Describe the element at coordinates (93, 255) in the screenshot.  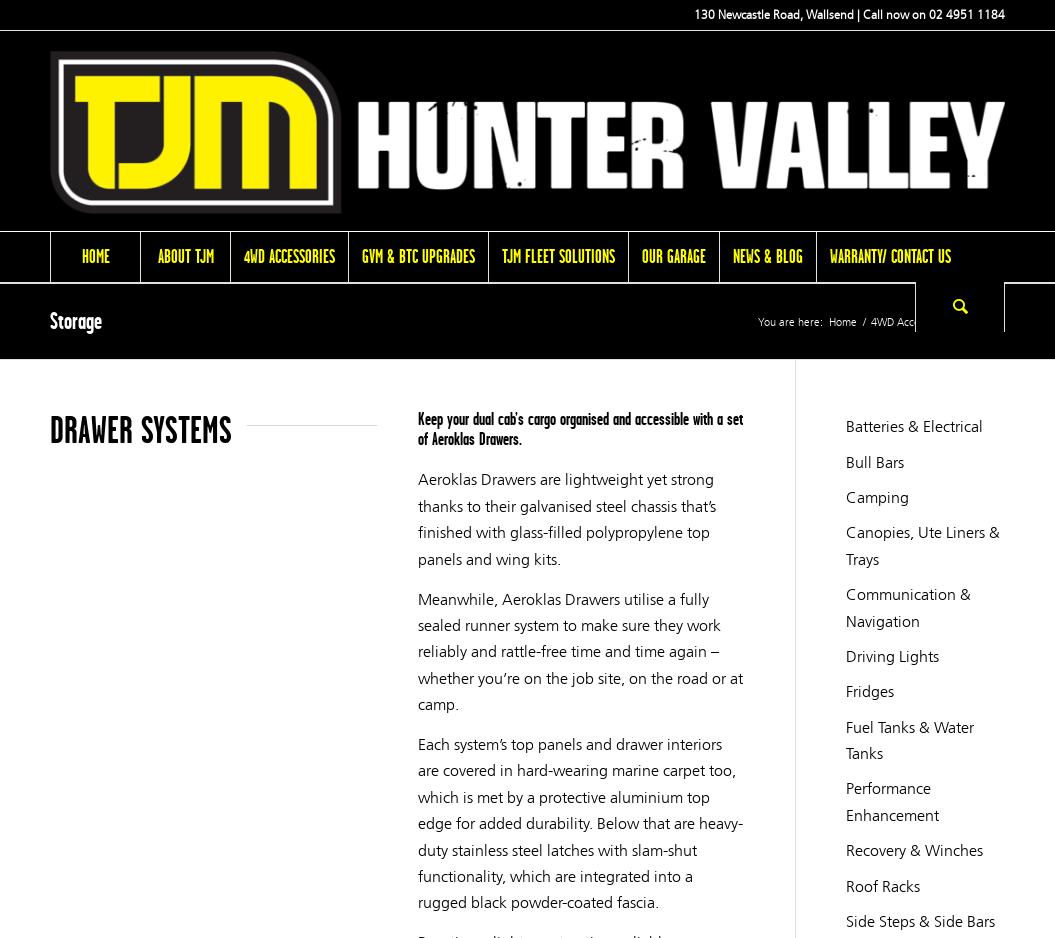
I see `'Home'` at that location.